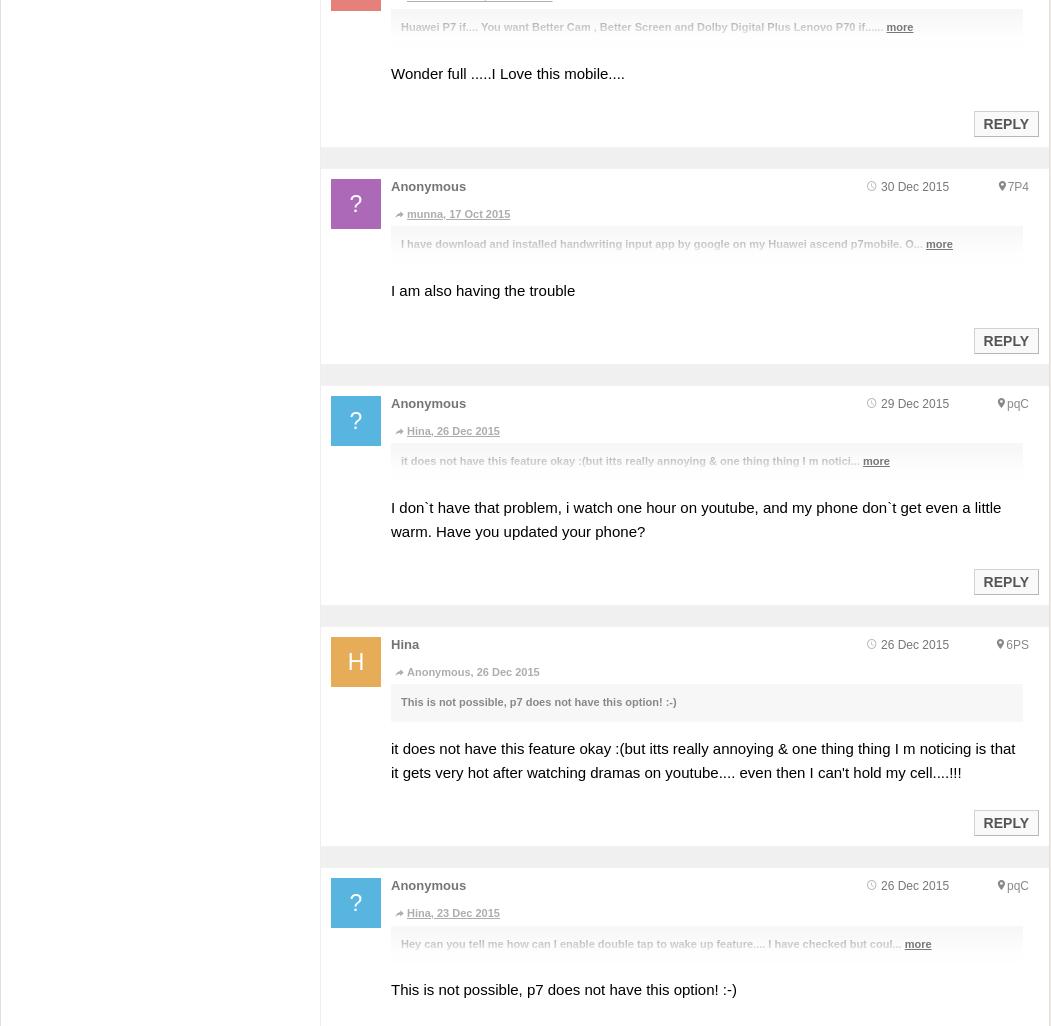 The height and width of the screenshot is (1026, 1051). I want to click on '30 Dec 2015', so click(879, 185).